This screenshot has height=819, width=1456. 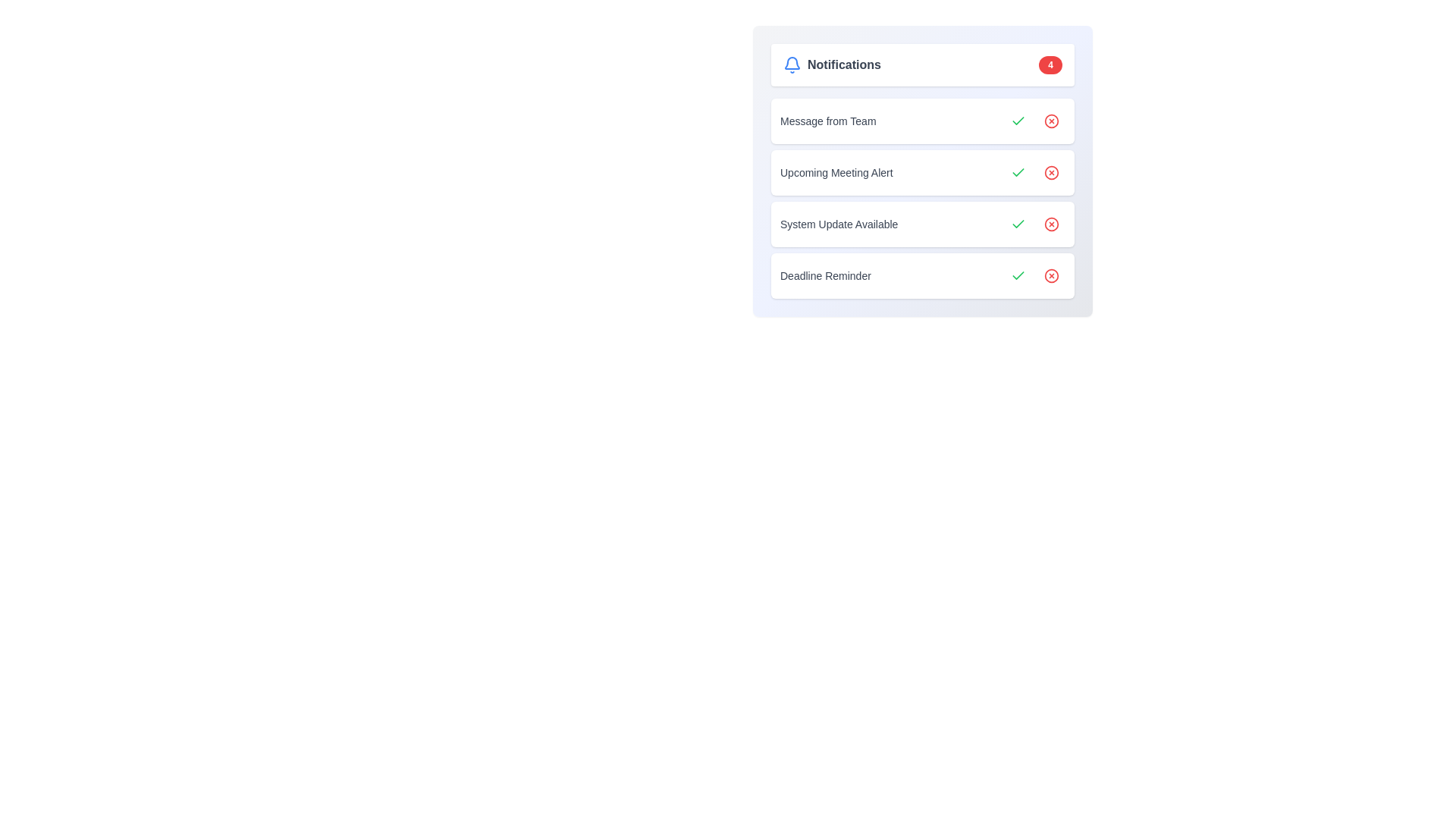 I want to click on the green checkmark icon indicating completion, located on the right-hand side of the 'System Update Available' notification entry, so click(x=1018, y=223).